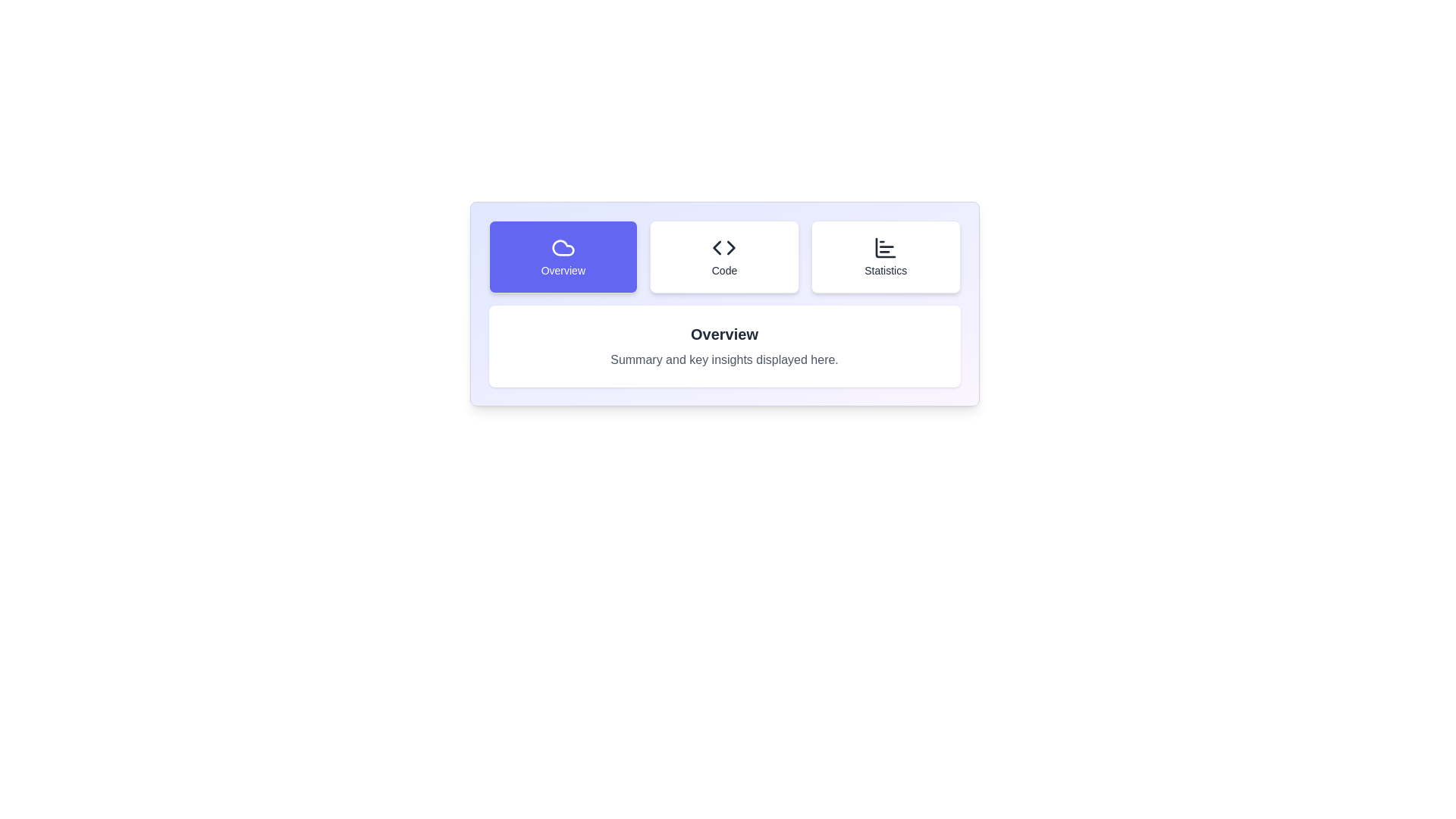  I want to click on the tab labeled 'Code' to observe the visual effect, so click(723, 256).